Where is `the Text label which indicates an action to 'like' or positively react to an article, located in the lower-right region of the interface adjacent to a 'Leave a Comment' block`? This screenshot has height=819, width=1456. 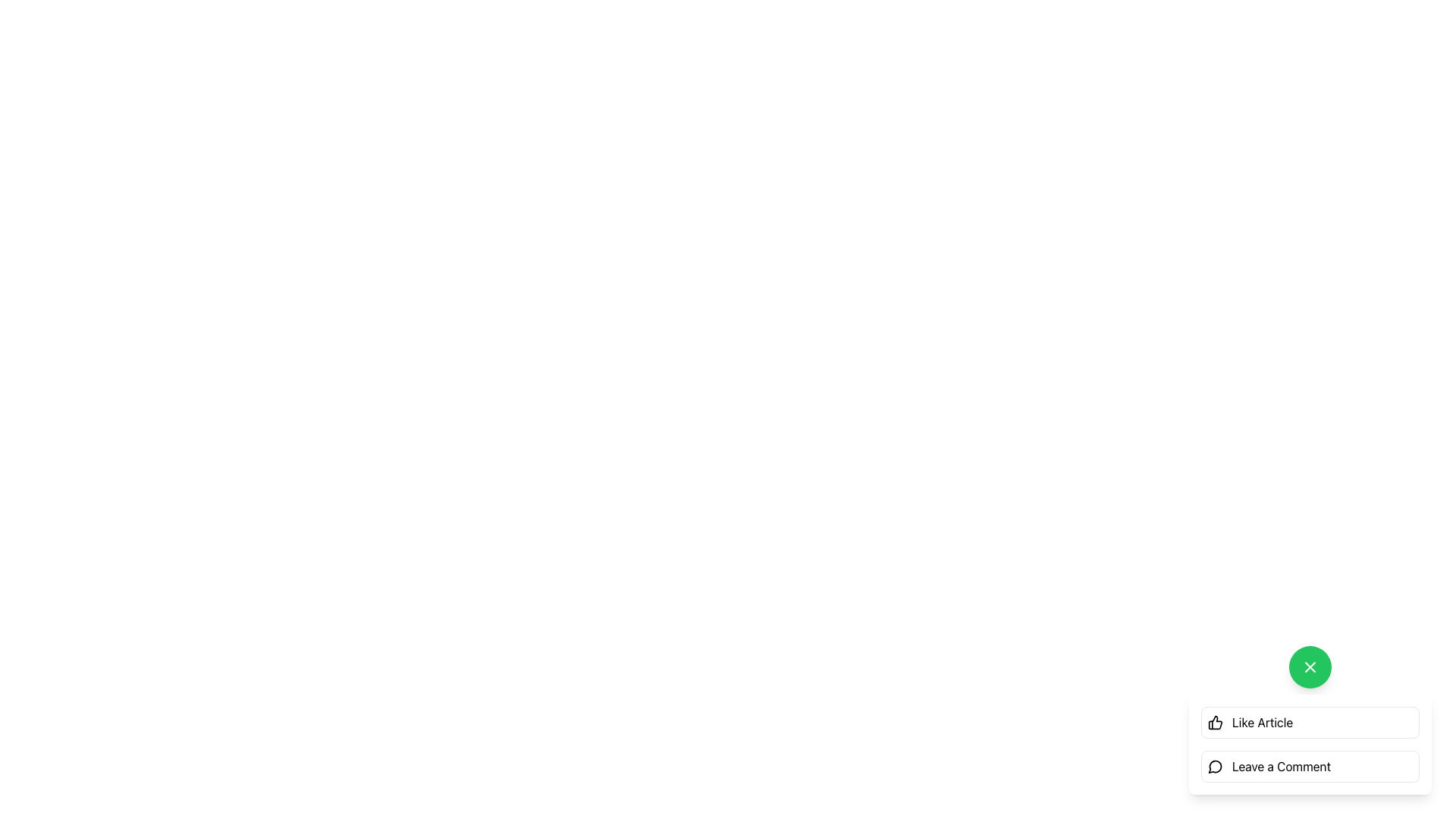
the Text label which indicates an action to 'like' or positively react to an article, located in the lower-right region of the interface adjacent to a 'Leave a Comment' block is located at coordinates (1263, 721).